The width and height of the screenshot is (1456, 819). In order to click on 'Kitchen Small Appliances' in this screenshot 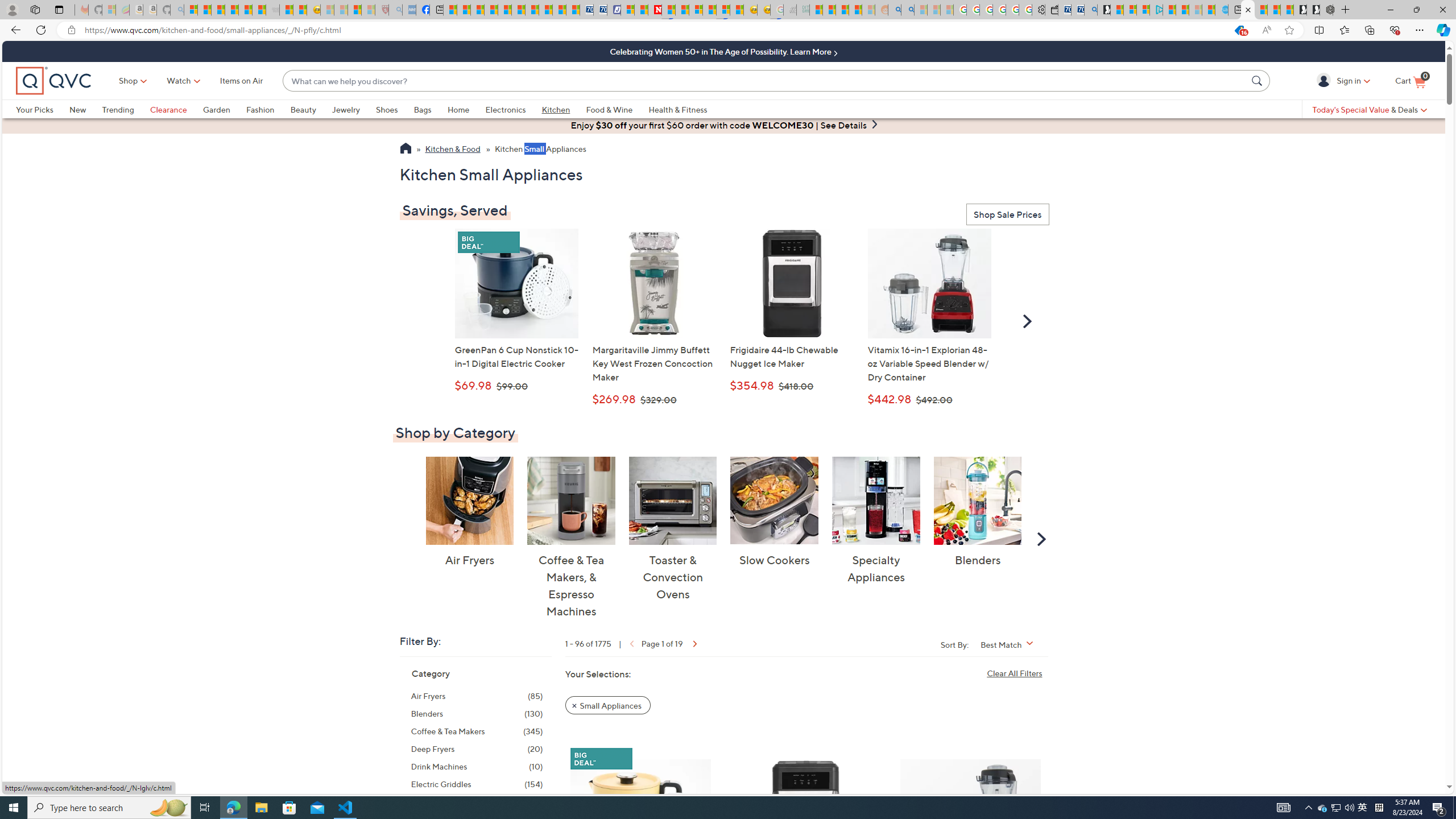, I will do `click(540, 150)`.